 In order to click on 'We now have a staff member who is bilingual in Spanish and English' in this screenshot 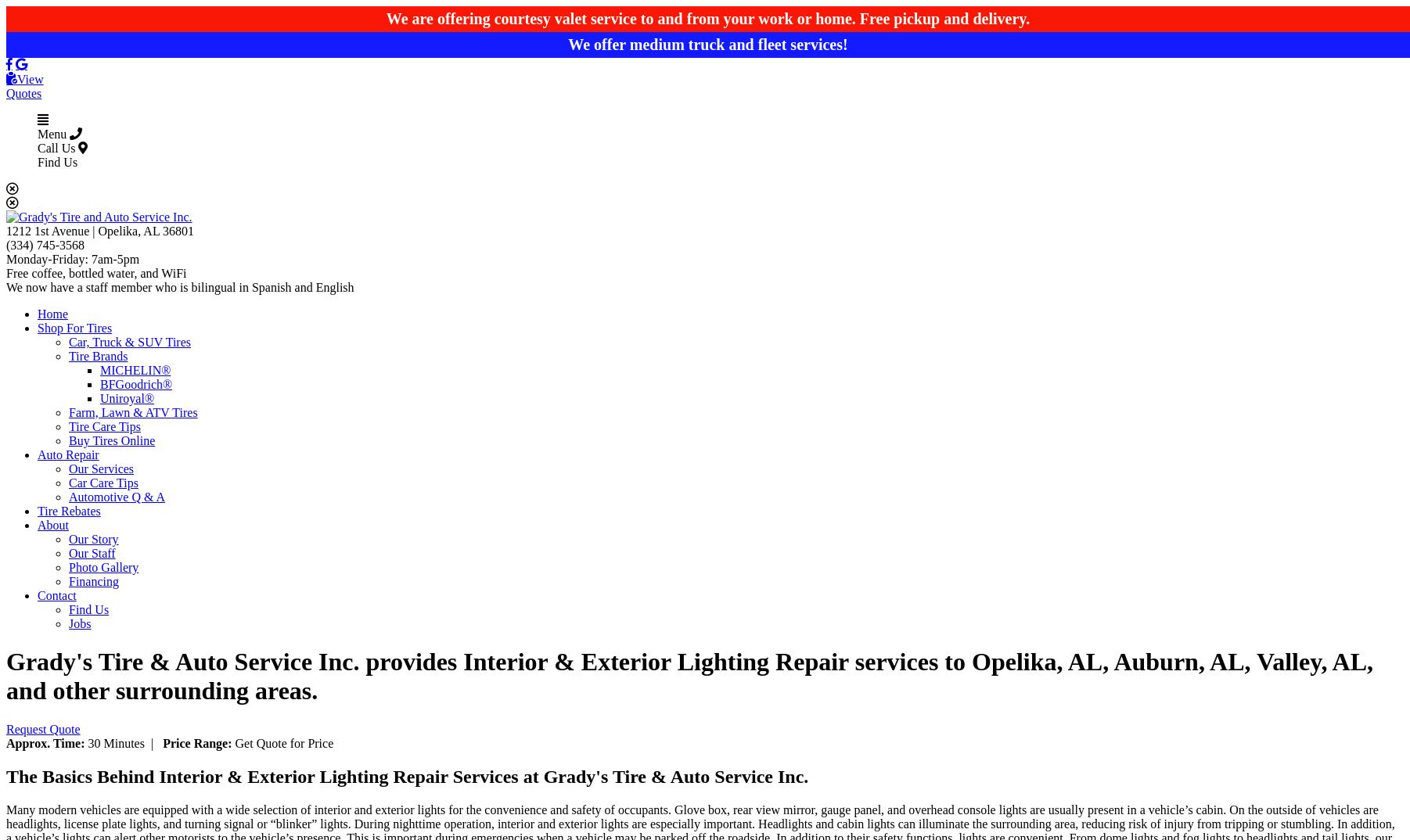, I will do `click(178, 286)`.